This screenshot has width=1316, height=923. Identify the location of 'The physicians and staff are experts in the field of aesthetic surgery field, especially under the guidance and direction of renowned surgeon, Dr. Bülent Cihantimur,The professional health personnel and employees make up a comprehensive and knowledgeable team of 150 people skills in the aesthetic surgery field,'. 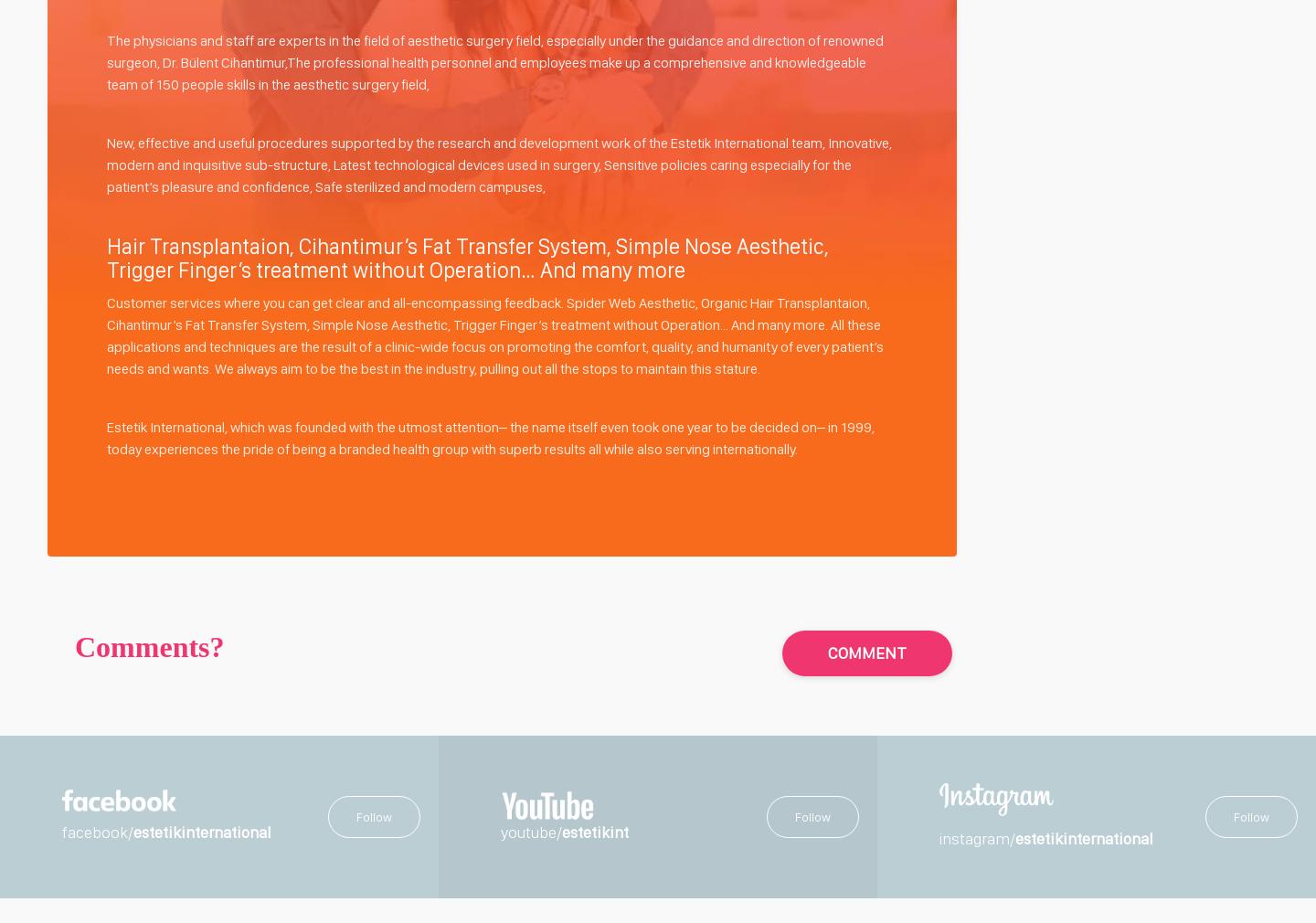
(107, 61).